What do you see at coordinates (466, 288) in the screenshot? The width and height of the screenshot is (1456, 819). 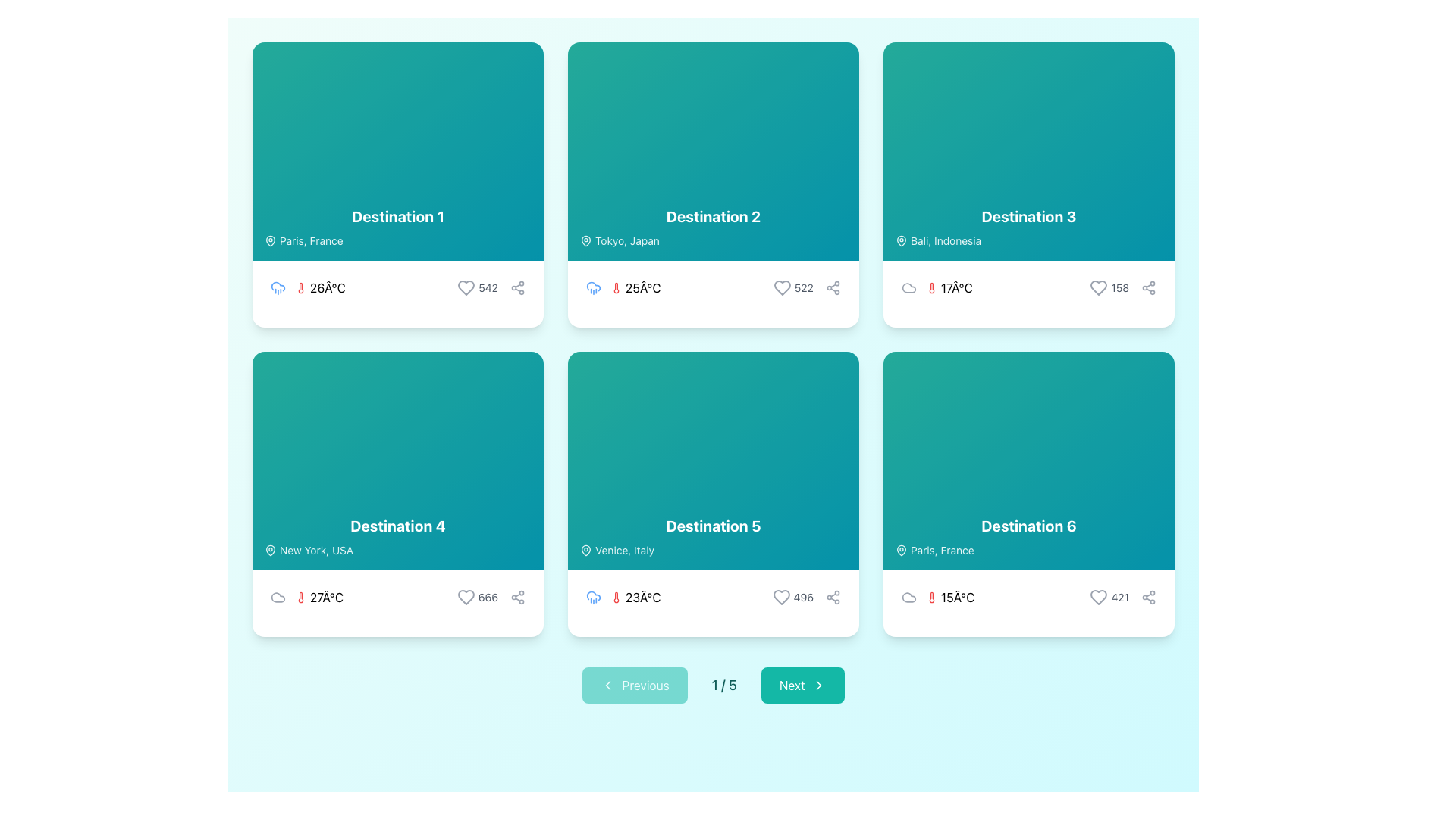 I see `the like or favorite icon button located at the bottom right of the first card in the grid layout` at bounding box center [466, 288].